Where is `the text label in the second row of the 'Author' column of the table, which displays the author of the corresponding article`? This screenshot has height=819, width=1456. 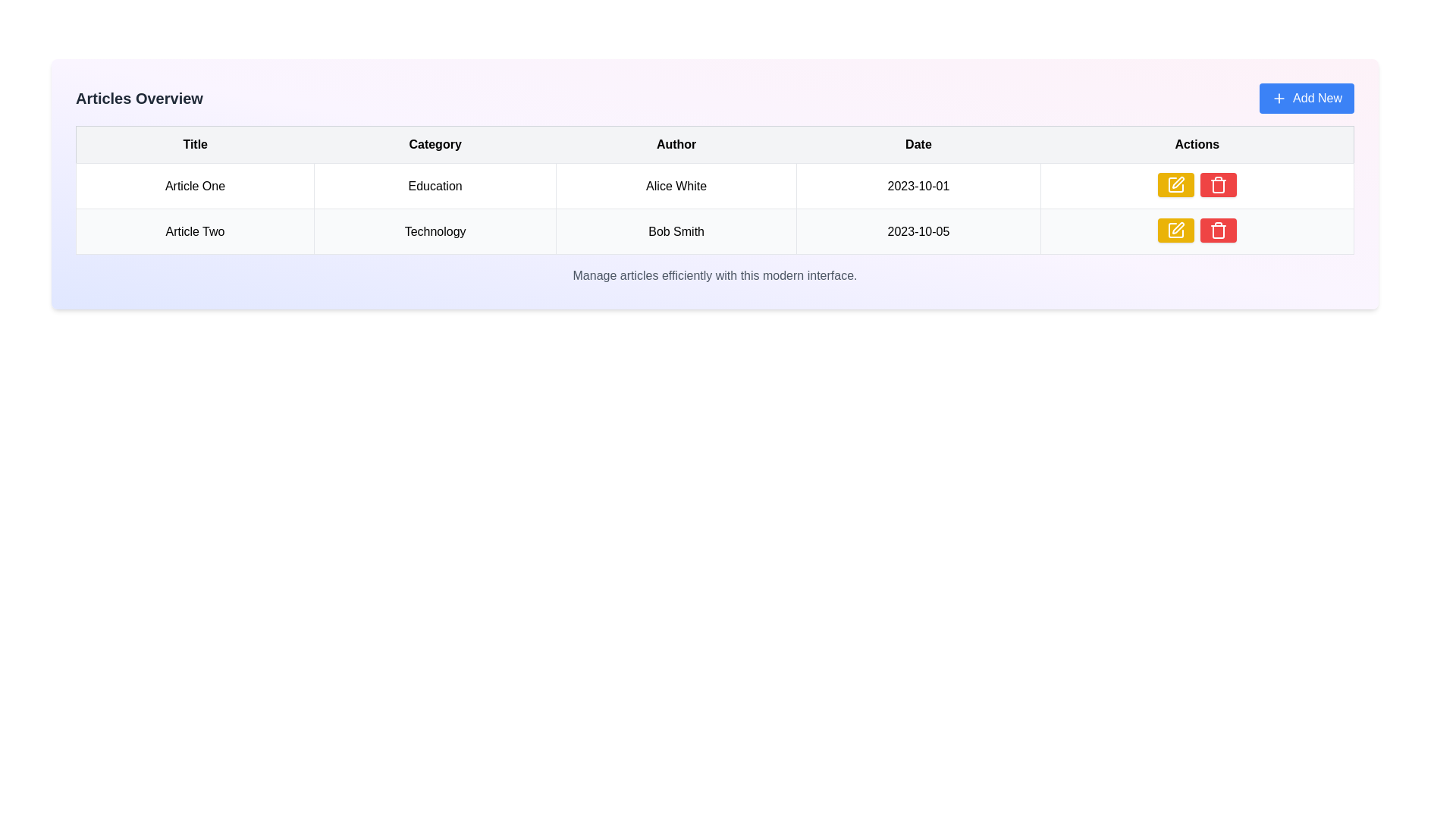
the text label in the second row of the 'Author' column of the table, which displays the author of the corresponding article is located at coordinates (676, 231).